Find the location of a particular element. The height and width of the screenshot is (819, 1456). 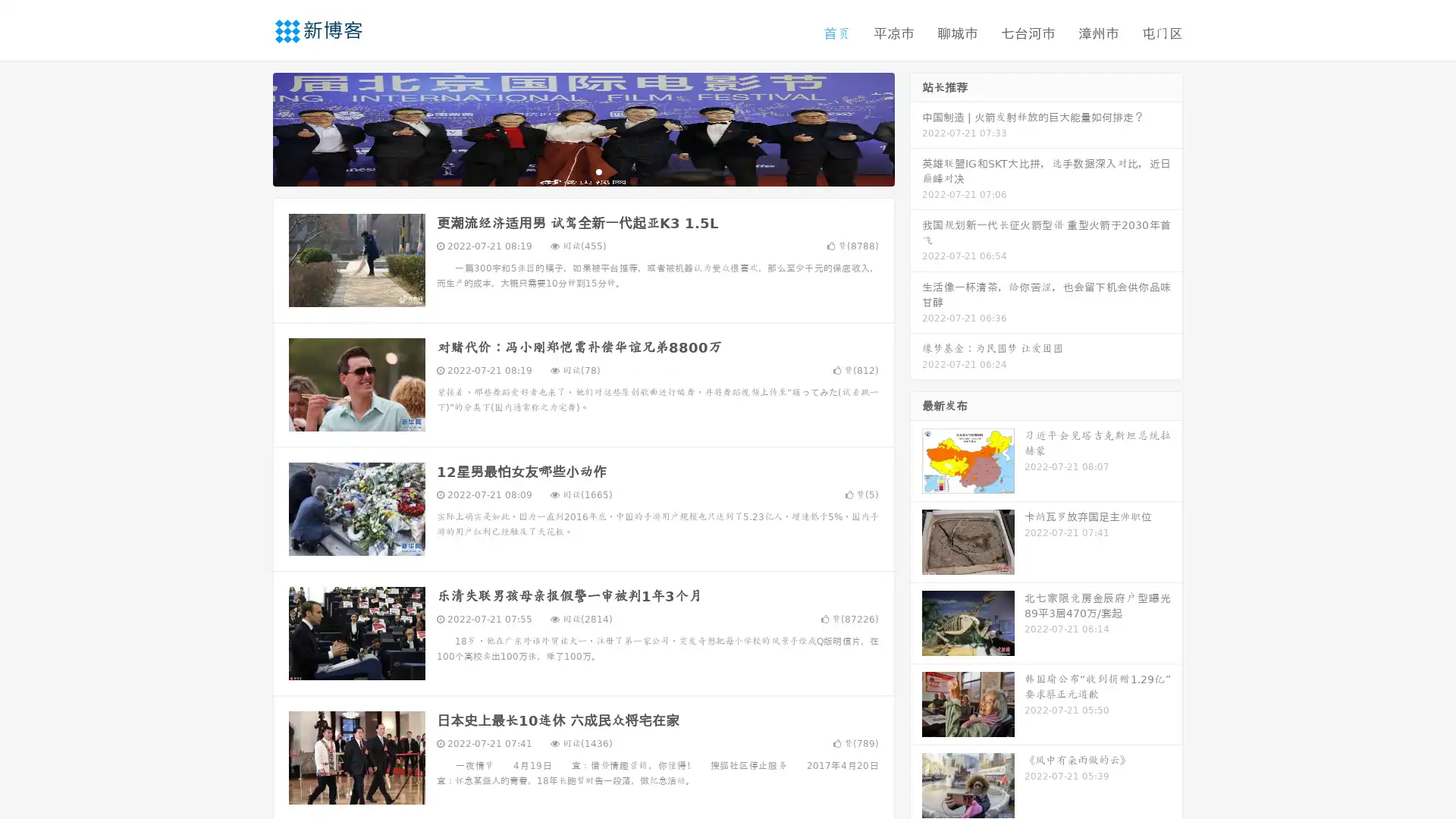

Previous slide is located at coordinates (250, 127).